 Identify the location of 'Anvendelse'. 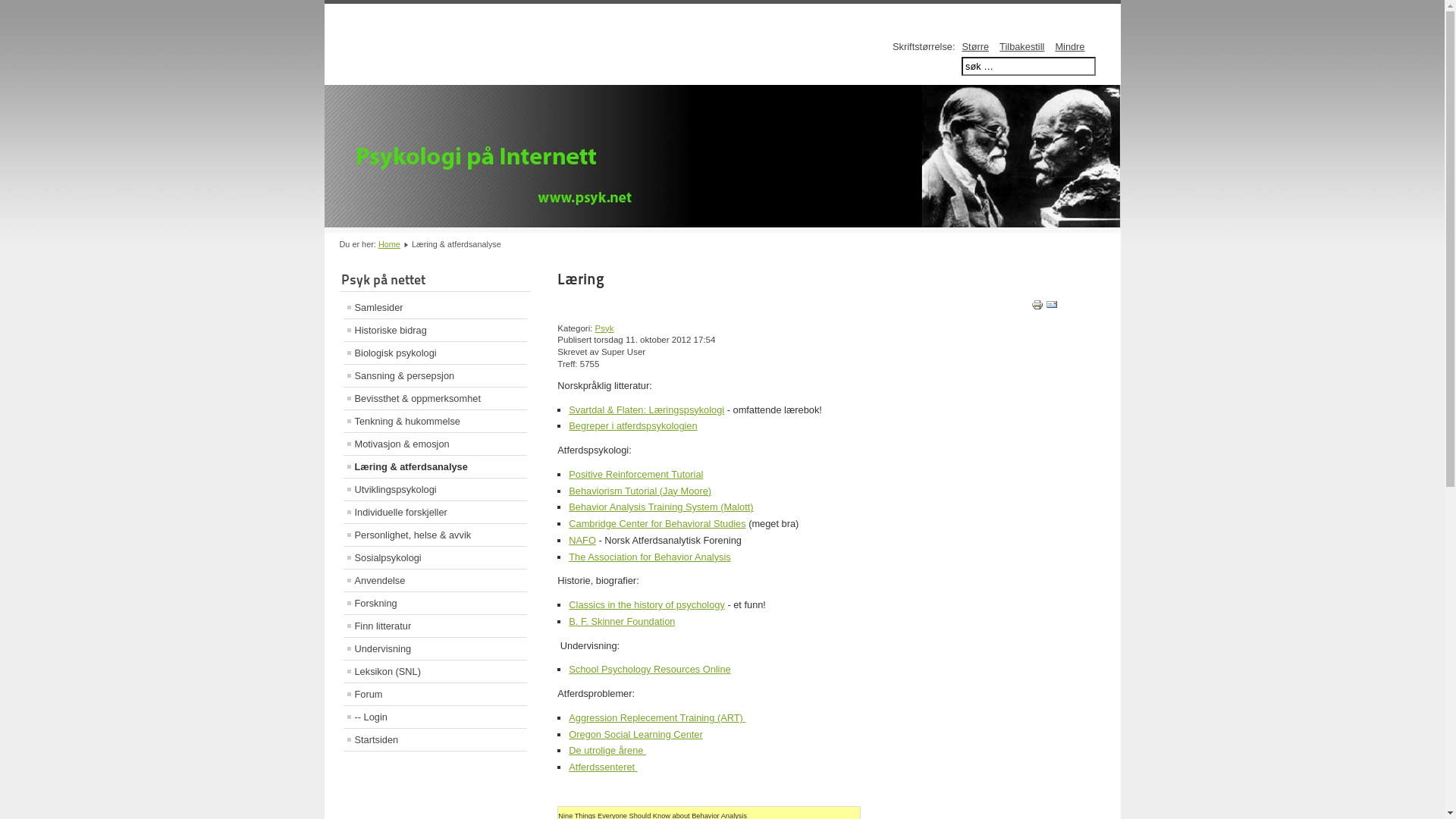
(434, 580).